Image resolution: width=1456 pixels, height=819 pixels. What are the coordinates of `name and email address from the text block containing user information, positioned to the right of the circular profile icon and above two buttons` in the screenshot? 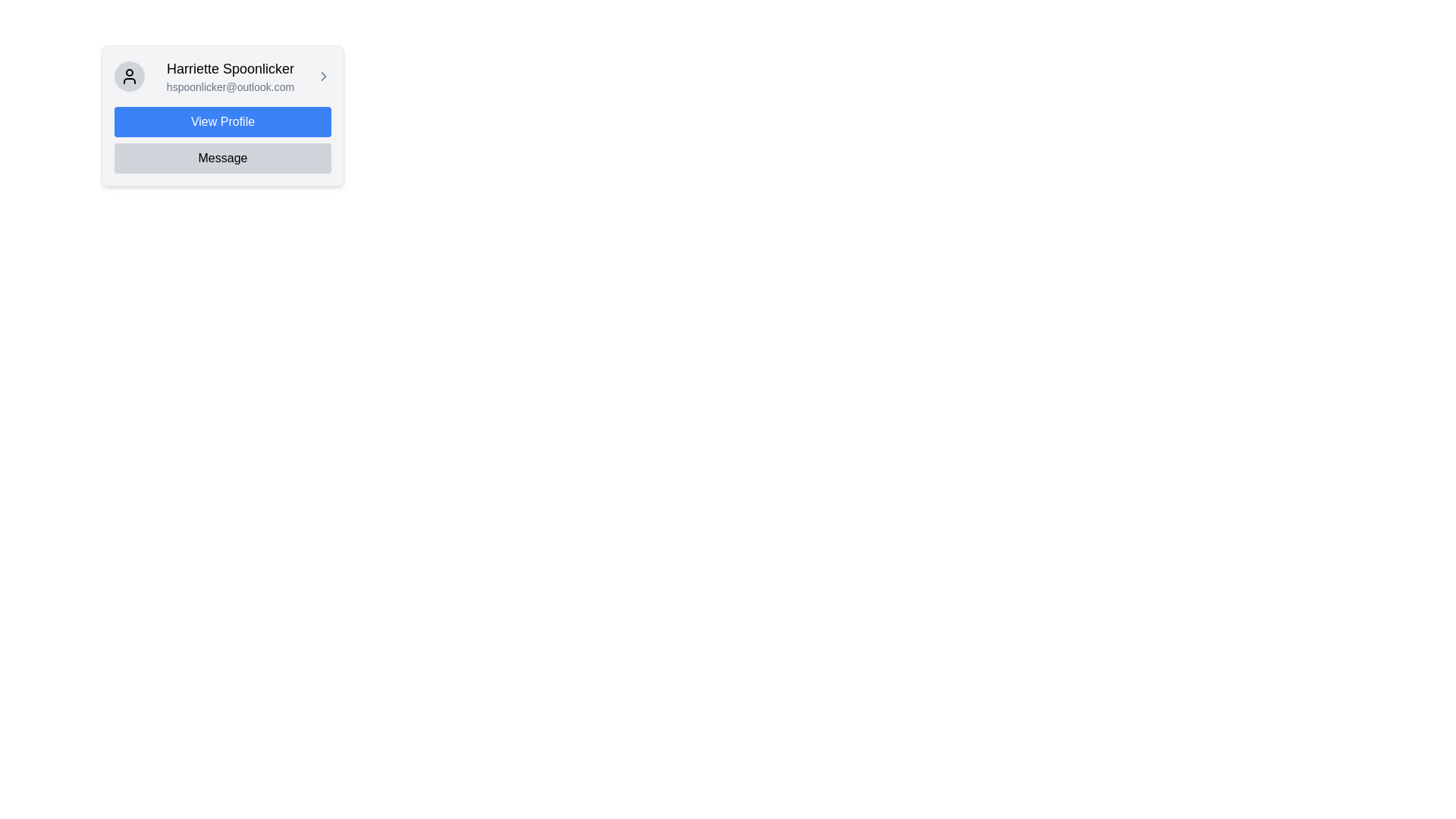 It's located at (229, 76).